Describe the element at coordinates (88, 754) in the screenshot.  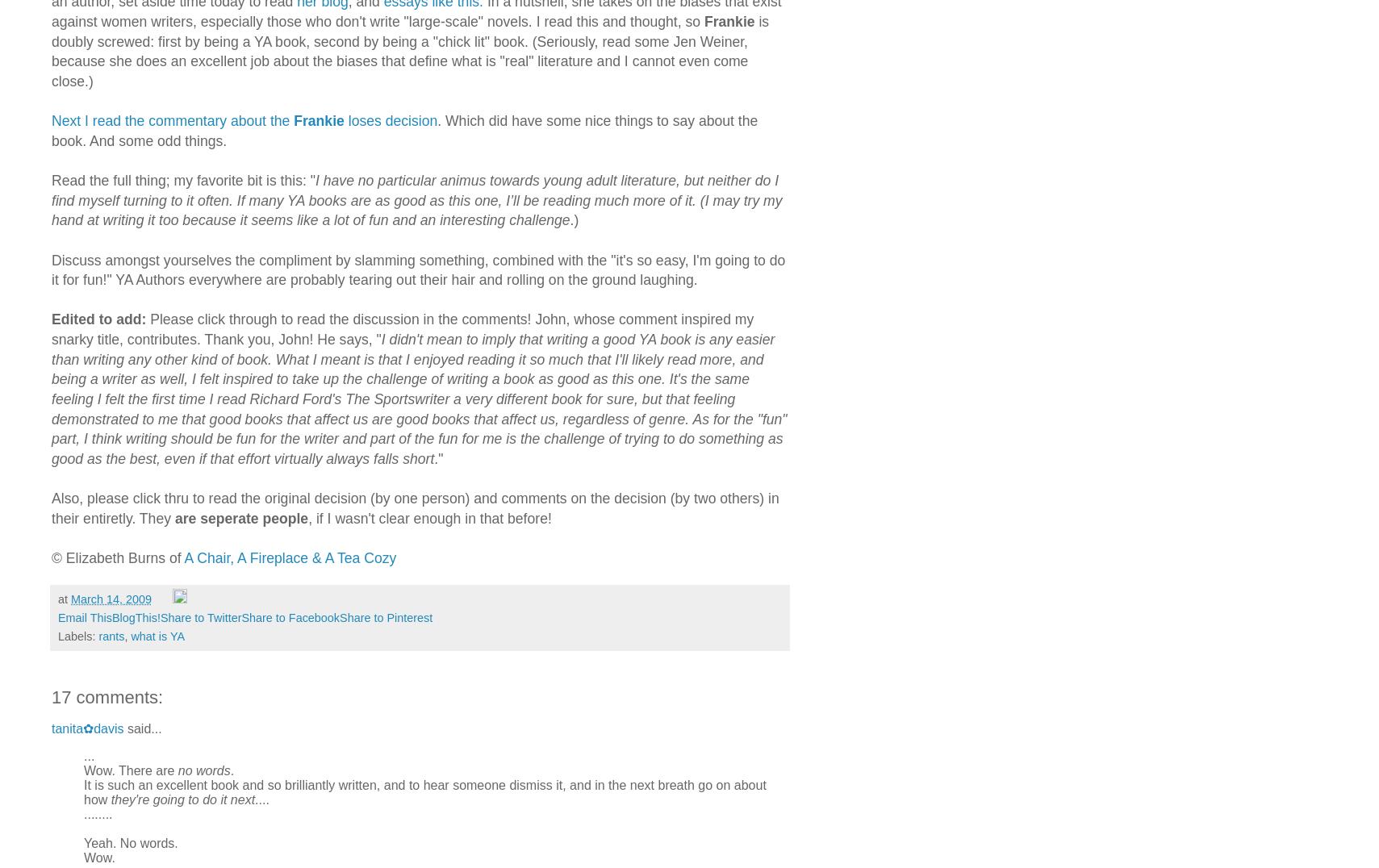
I see `'...'` at that location.